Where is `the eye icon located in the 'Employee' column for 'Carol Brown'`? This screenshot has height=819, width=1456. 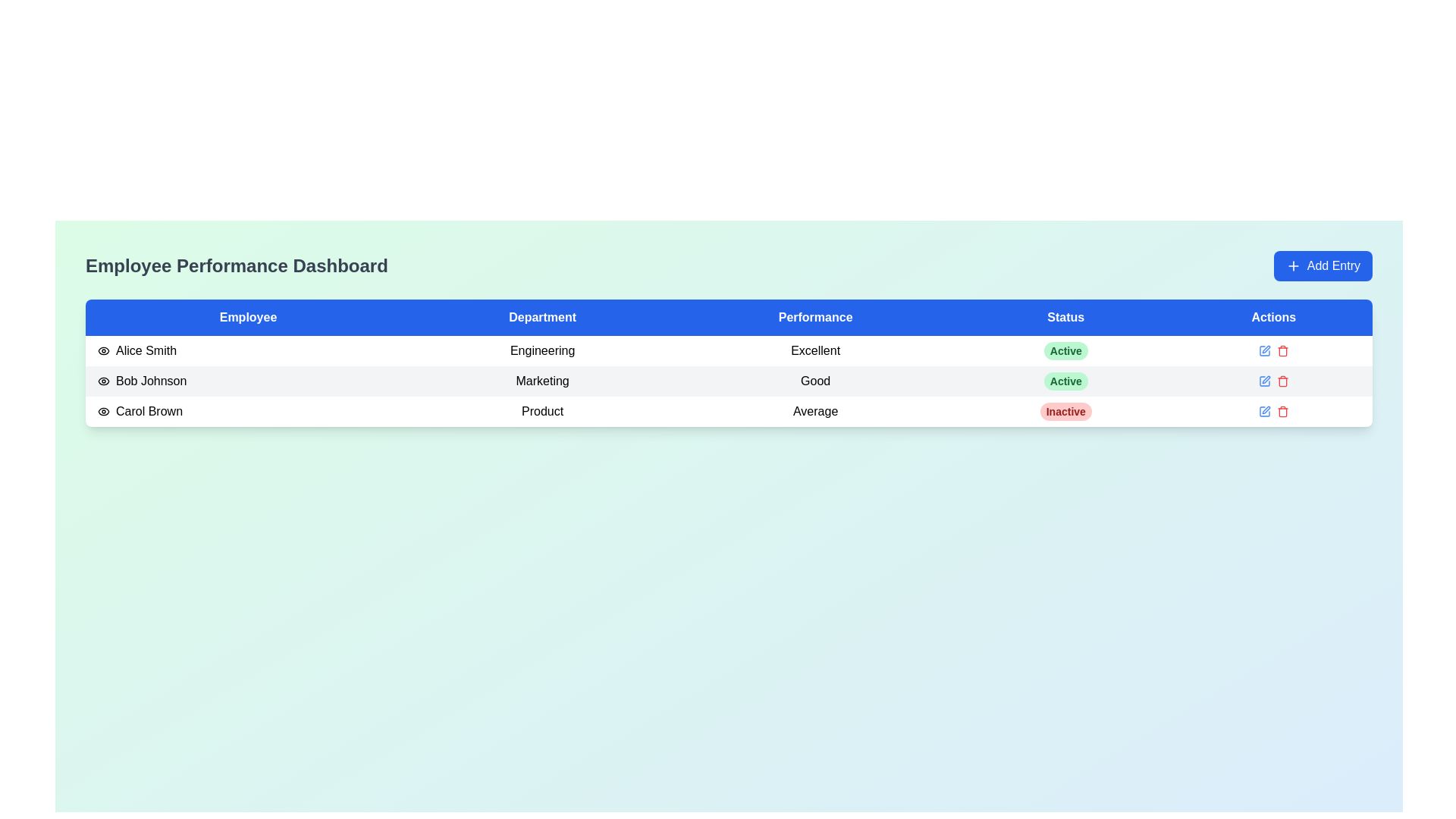 the eye icon located in the 'Employee' column for 'Carol Brown' is located at coordinates (103, 412).